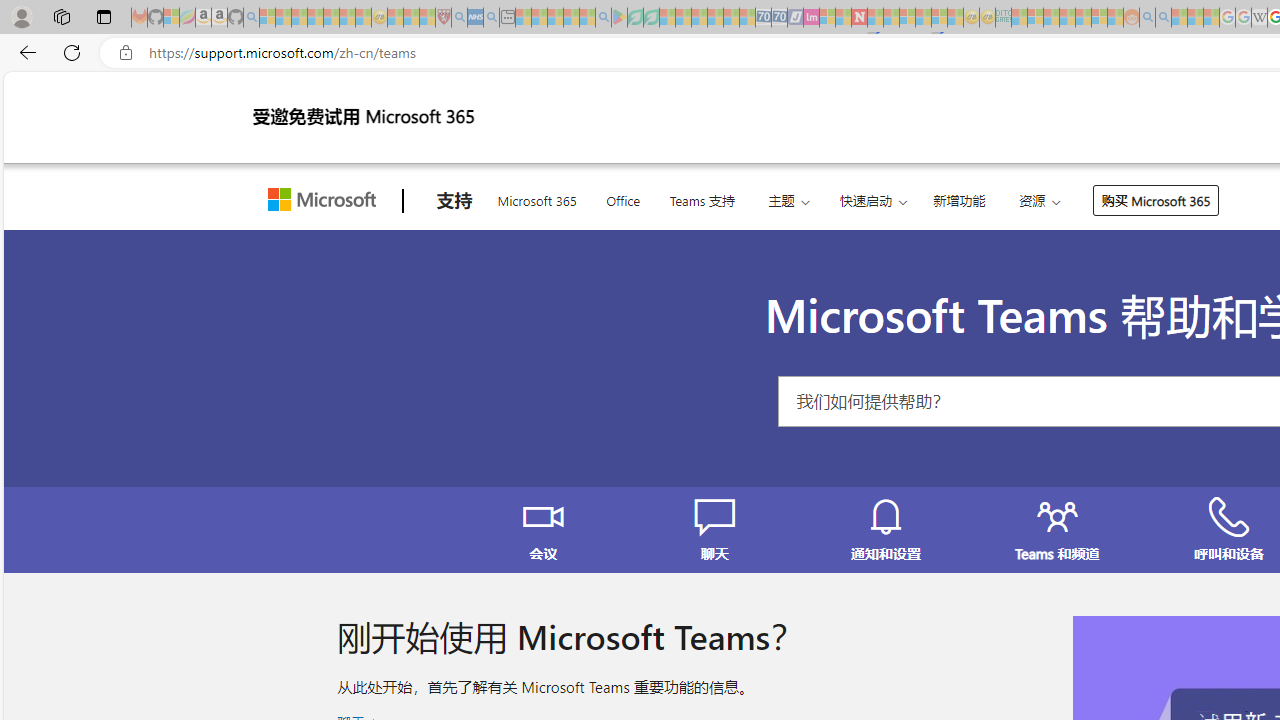 This screenshot has height=720, width=1280. Describe the element at coordinates (395, 17) in the screenshot. I see `'Recipes - MSN - Sleeping'` at that location.